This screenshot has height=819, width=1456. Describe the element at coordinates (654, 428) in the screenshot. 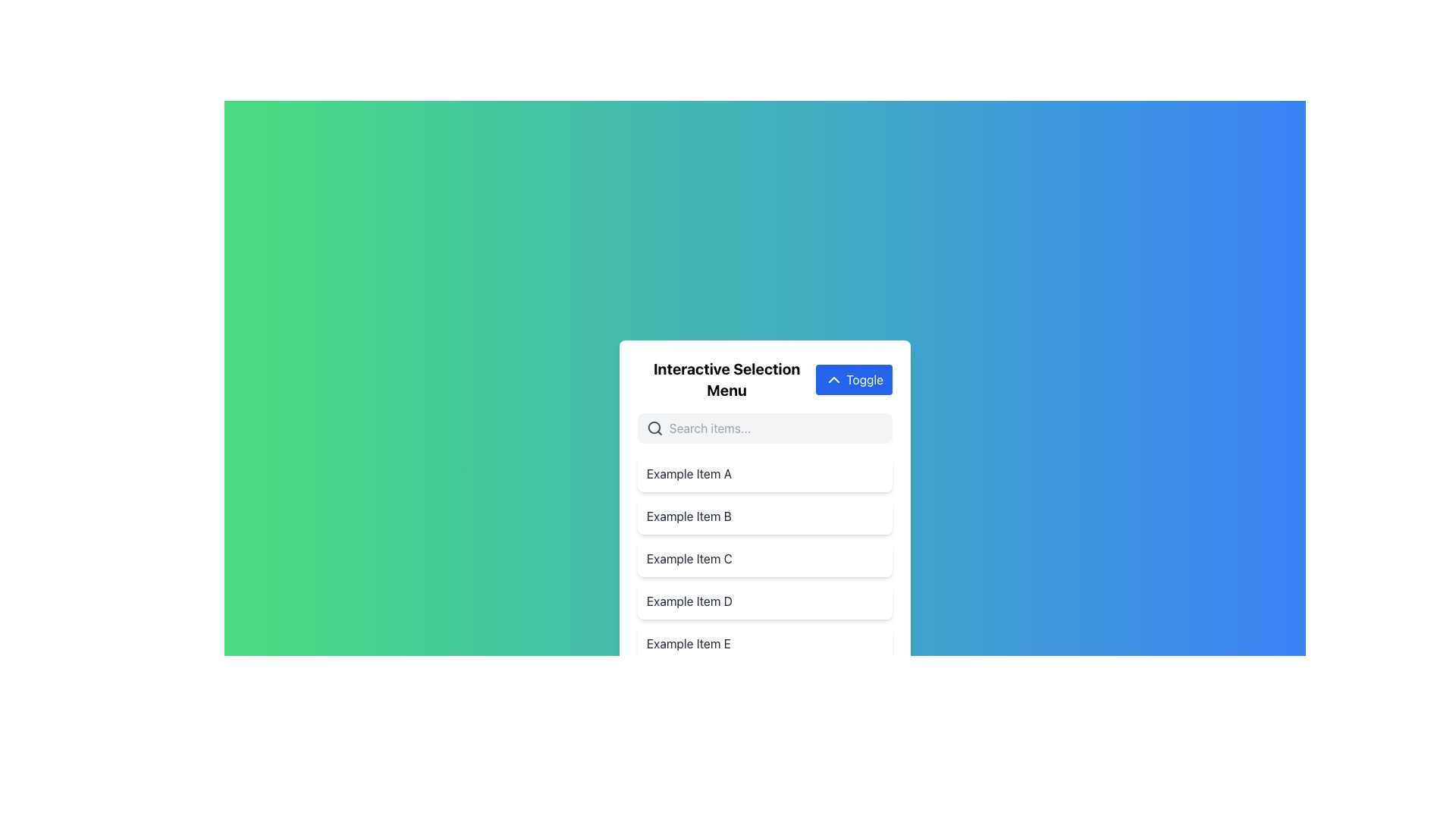

I see `the lens of the magnifying glass icon located within the search bar area, which visually represents search functionality` at that location.